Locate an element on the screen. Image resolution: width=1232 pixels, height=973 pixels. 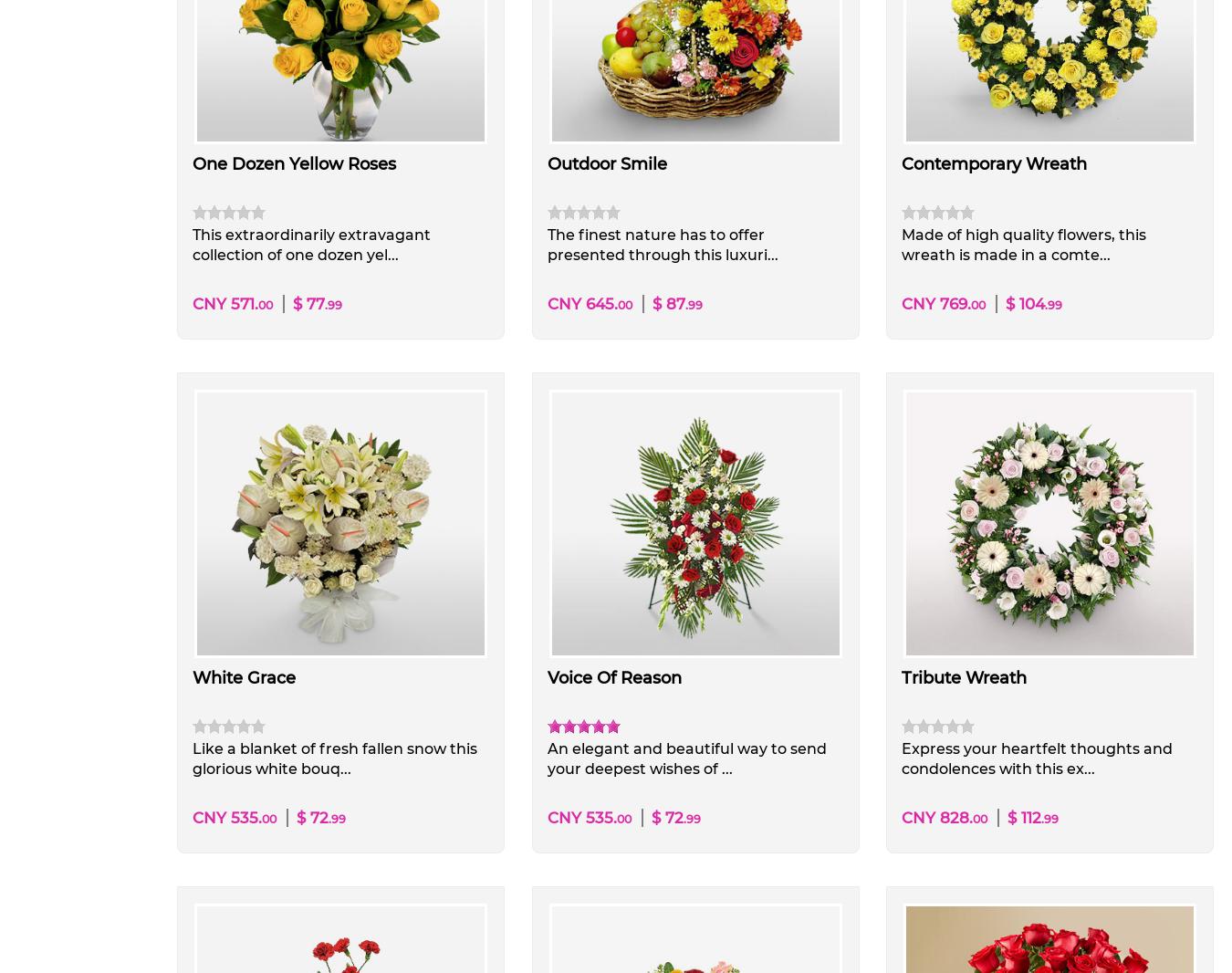
'$ 77' is located at coordinates (292, 304).